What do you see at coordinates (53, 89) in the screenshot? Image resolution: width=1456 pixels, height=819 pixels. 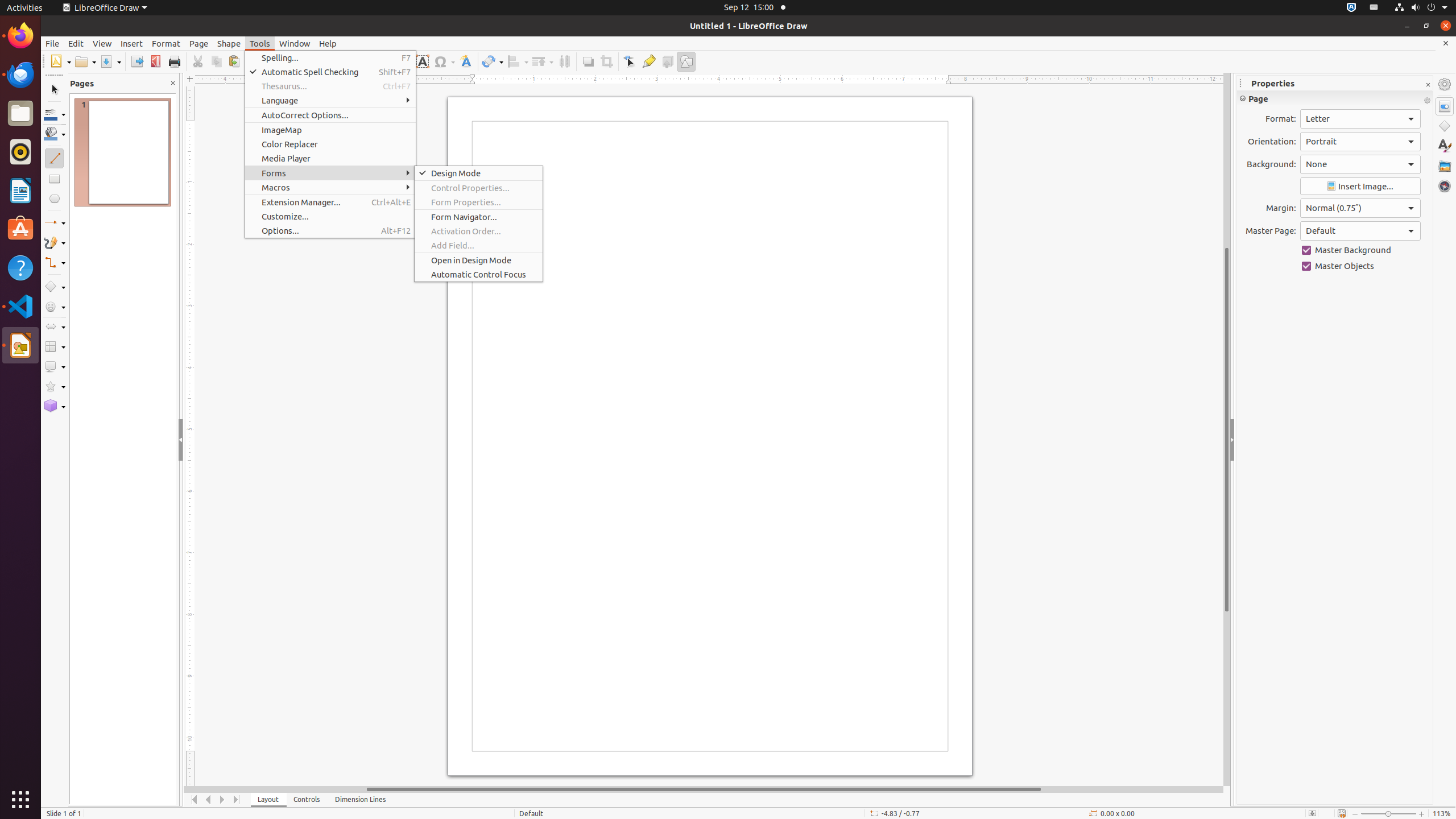 I see `'Select'` at bounding box center [53, 89].